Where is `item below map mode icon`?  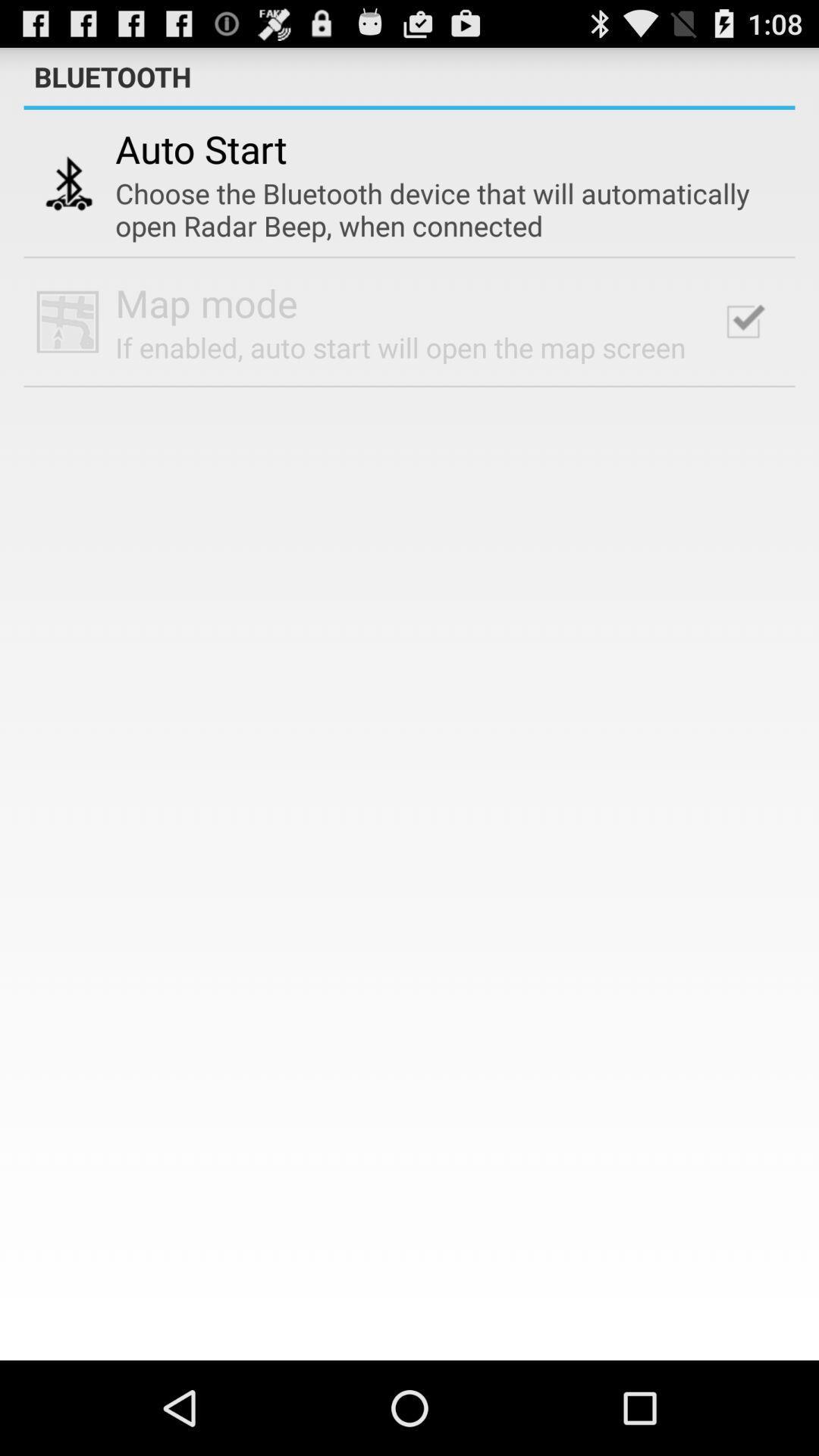 item below map mode icon is located at coordinates (400, 347).